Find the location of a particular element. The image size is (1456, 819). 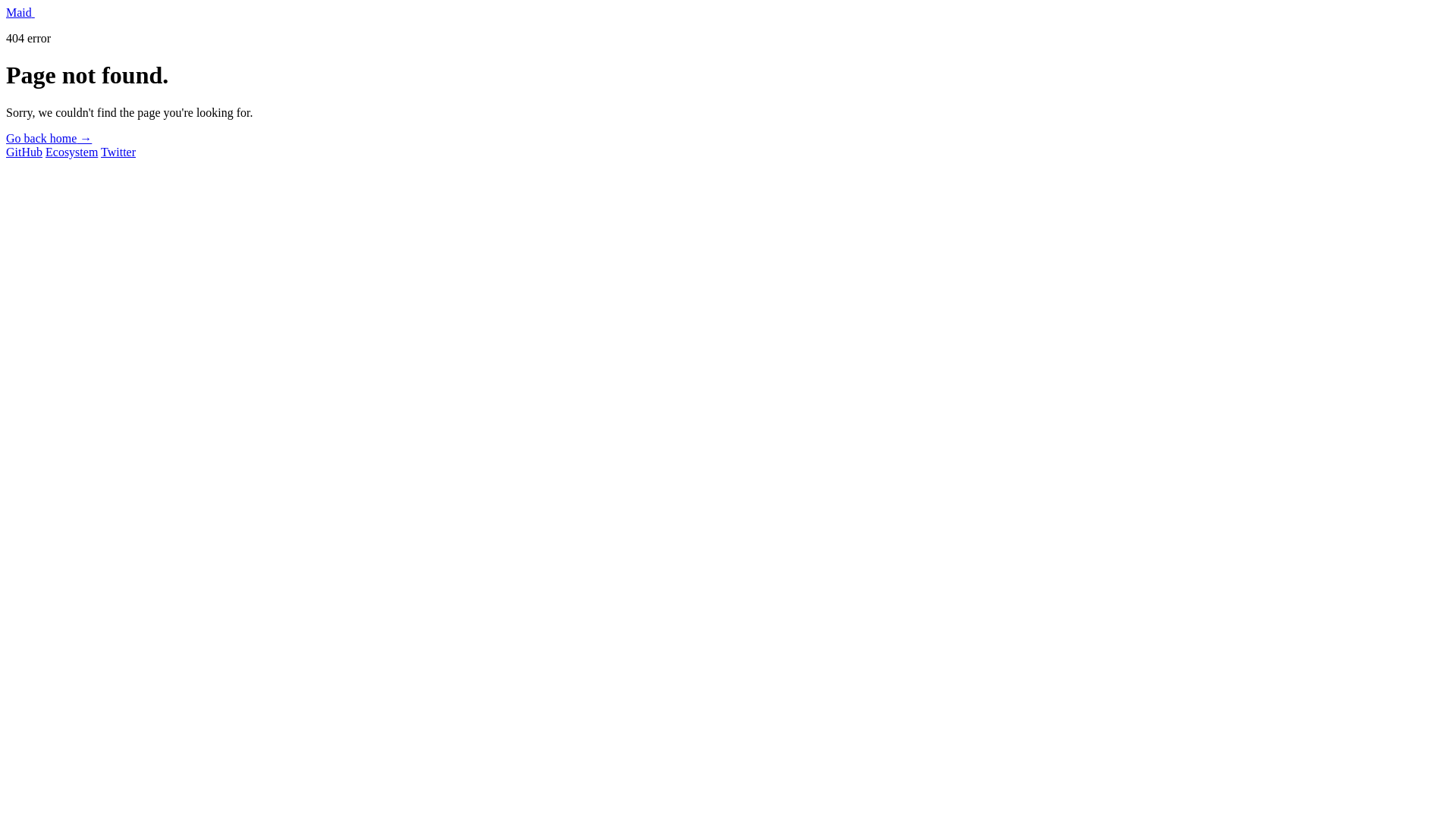

'Ecosystem' is located at coordinates (71, 152).